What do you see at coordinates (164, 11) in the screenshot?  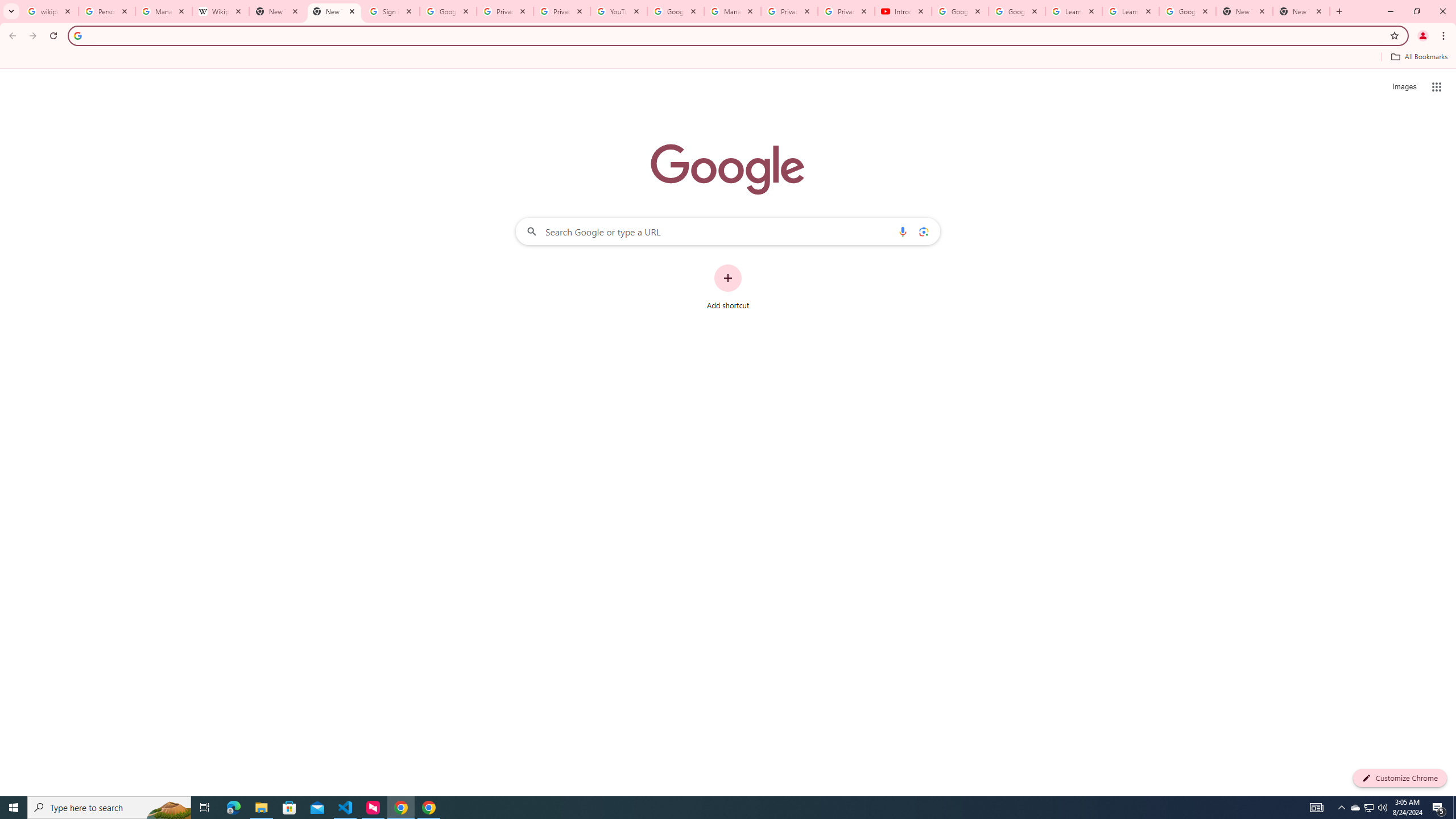 I see `'Manage your Location History - Google Search Help'` at bounding box center [164, 11].